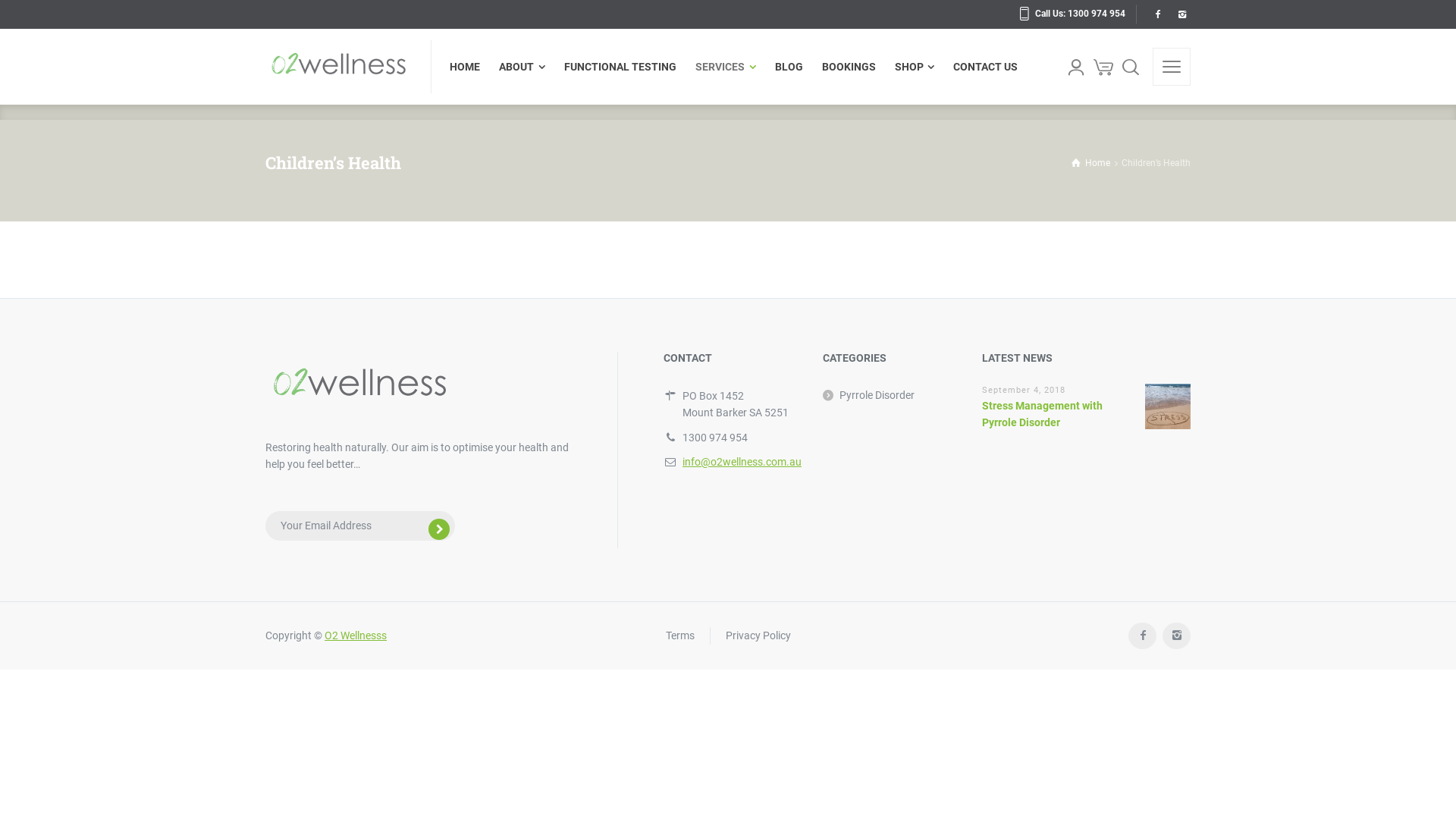 This screenshot has height=819, width=1456. I want to click on 'SHOP', so click(914, 66).